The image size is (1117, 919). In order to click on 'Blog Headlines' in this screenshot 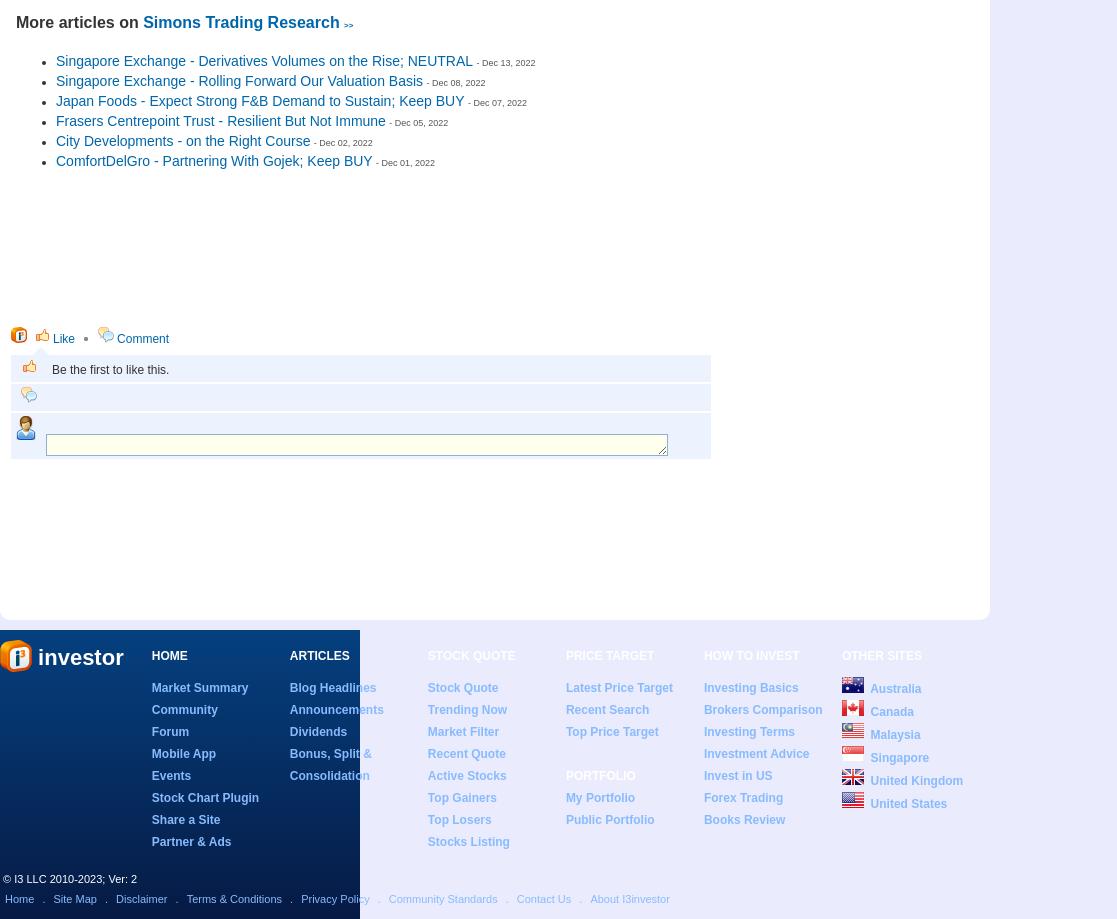, I will do `click(331, 686)`.